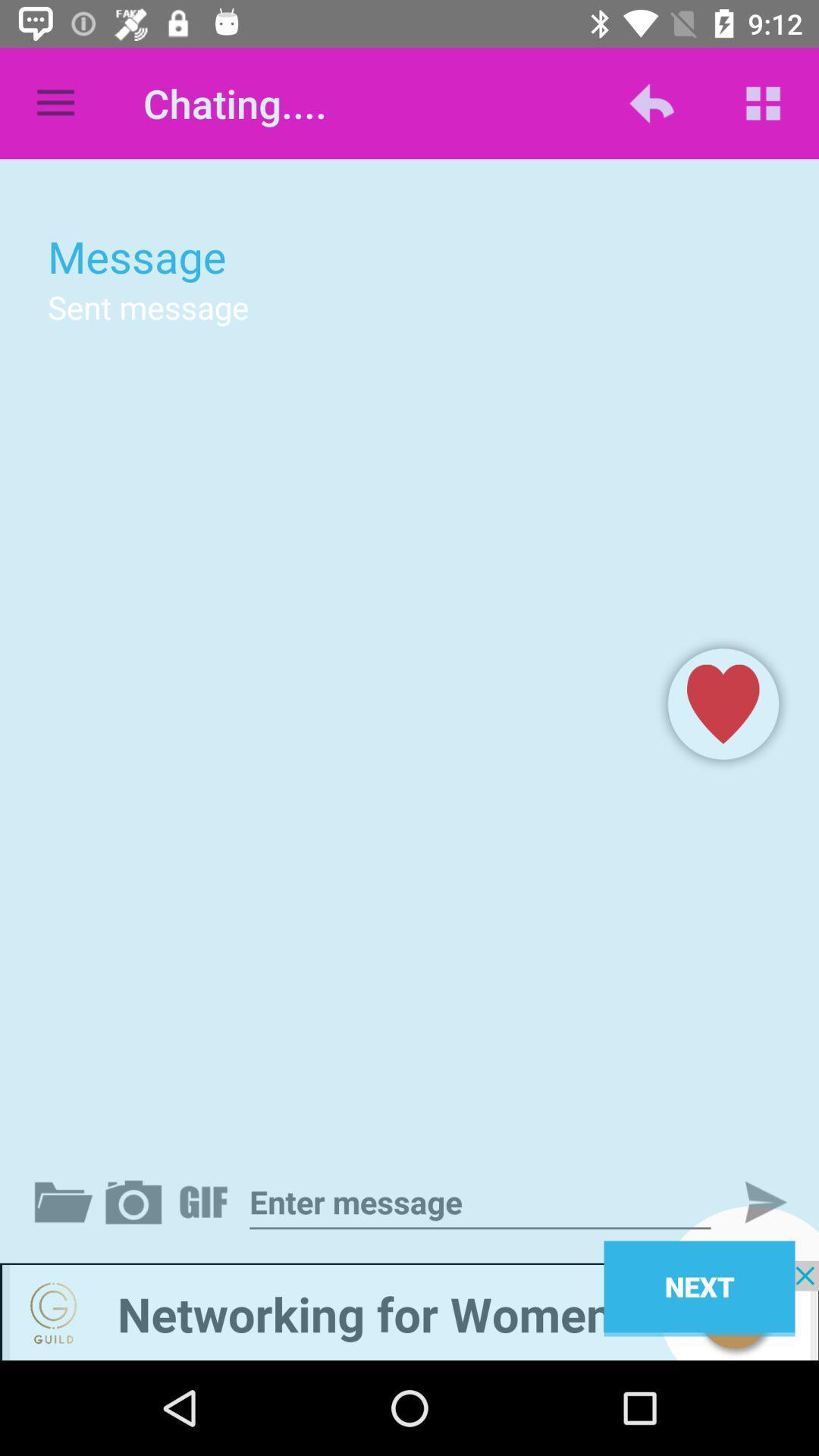  What do you see at coordinates (206, 1201) in the screenshot?
I see `gifte` at bounding box center [206, 1201].